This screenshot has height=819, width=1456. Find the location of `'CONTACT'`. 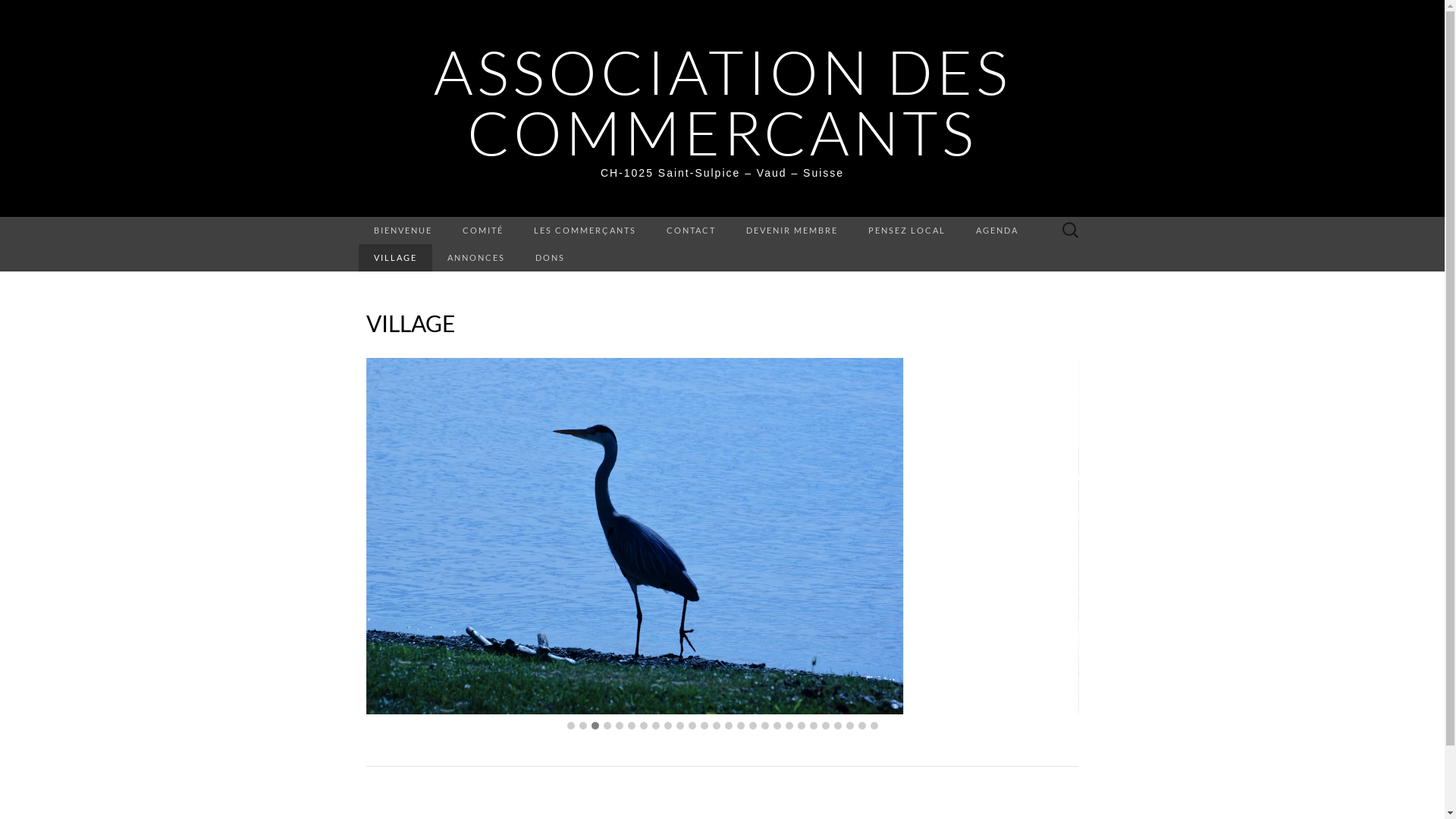

'CONTACT' is located at coordinates (651, 231).